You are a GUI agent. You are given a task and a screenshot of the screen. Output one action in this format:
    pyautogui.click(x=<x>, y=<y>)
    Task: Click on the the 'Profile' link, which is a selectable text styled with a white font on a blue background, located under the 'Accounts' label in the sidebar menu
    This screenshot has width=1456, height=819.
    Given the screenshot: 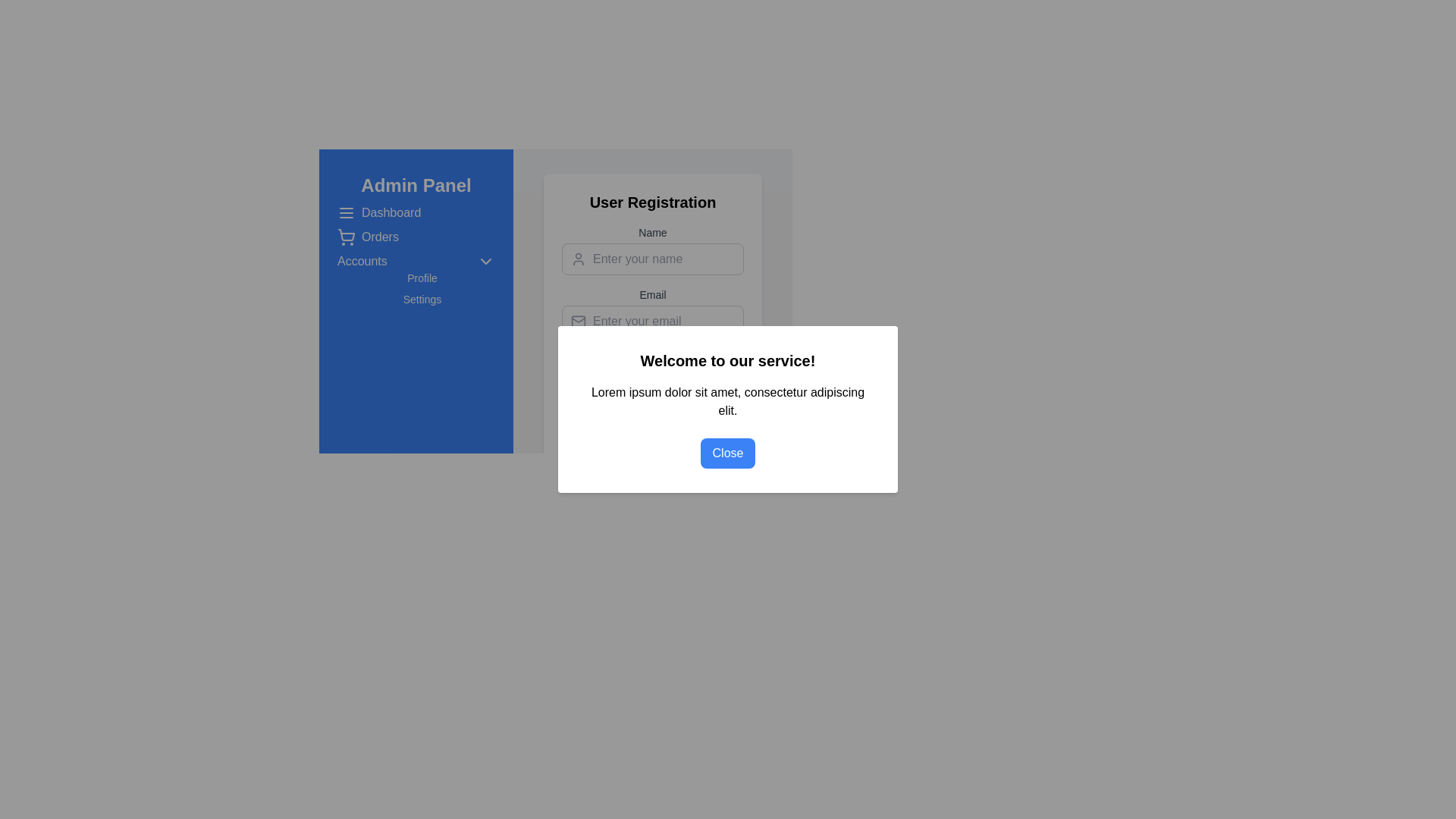 What is the action you would take?
    pyautogui.click(x=422, y=278)
    